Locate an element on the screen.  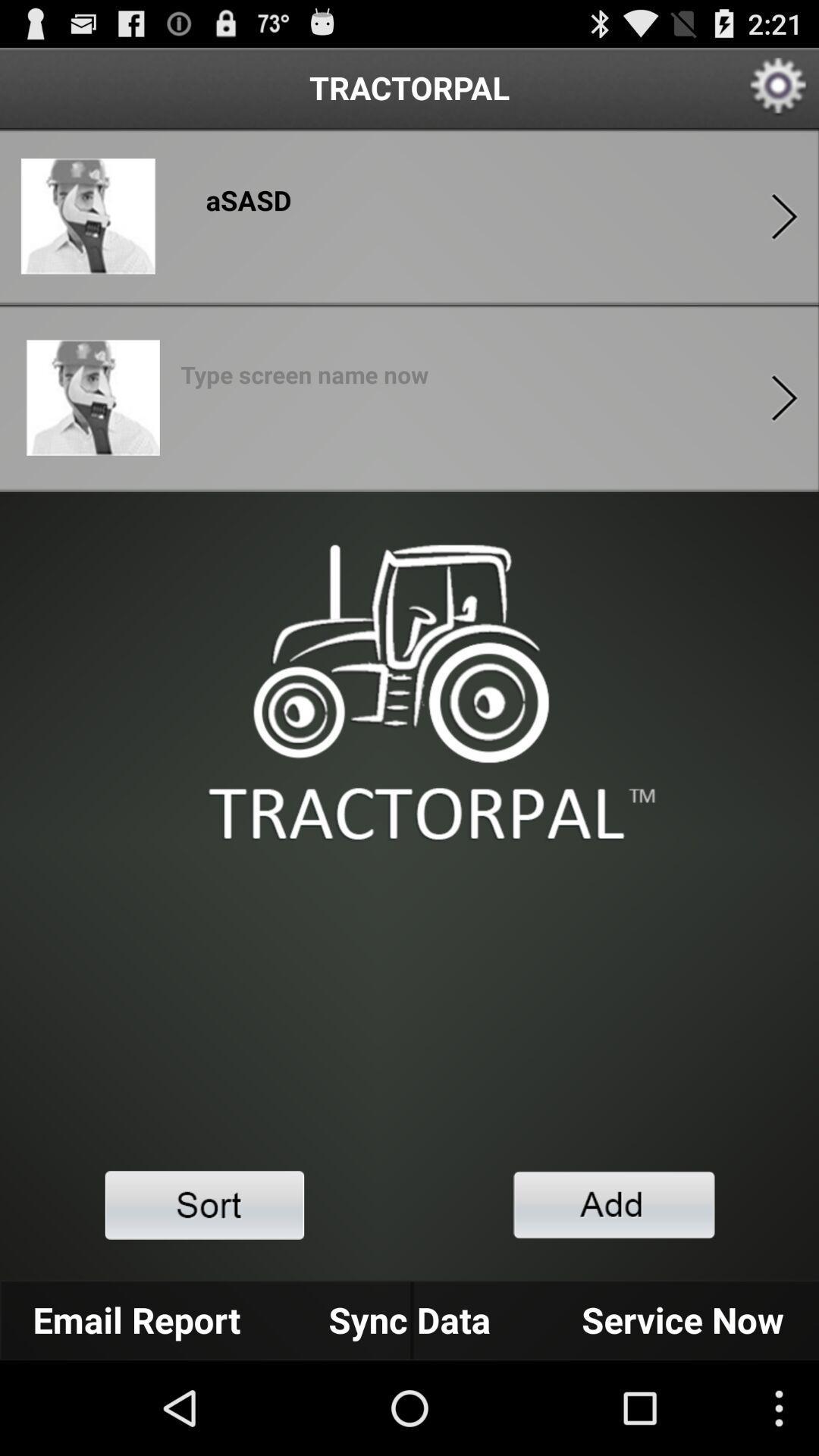
click on next is located at coordinates (784, 397).